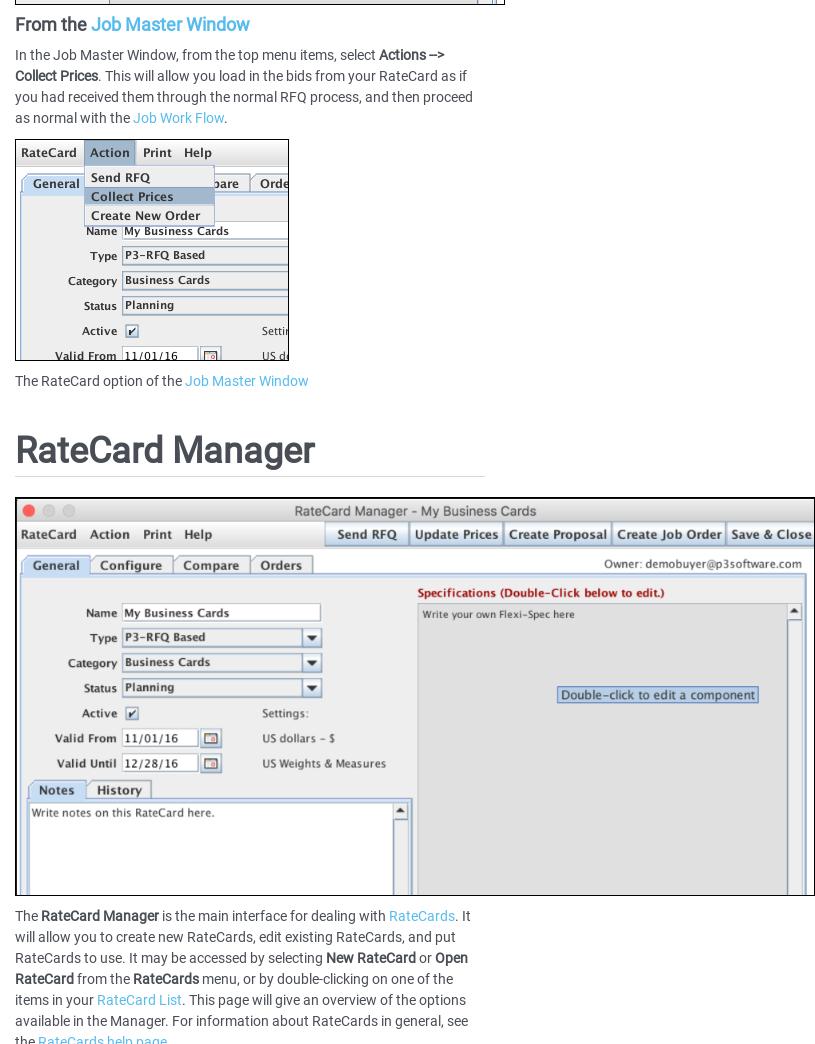  I want to click on 'From the', so click(51, 23).